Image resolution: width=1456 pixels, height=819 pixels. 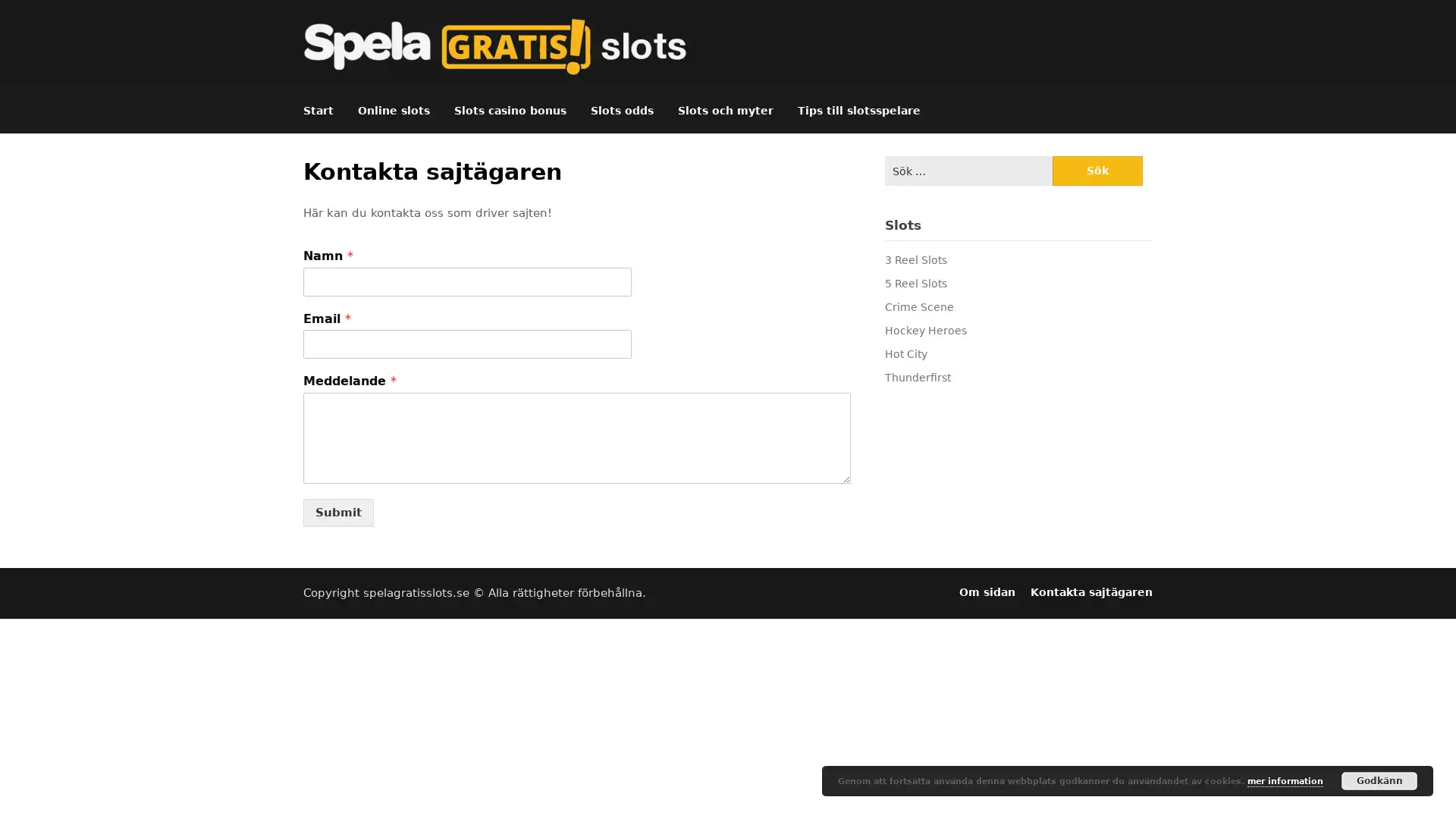 What do you see at coordinates (1097, 171) in the screenshot?
I see `Sok` at bounding box center [1097, 171].